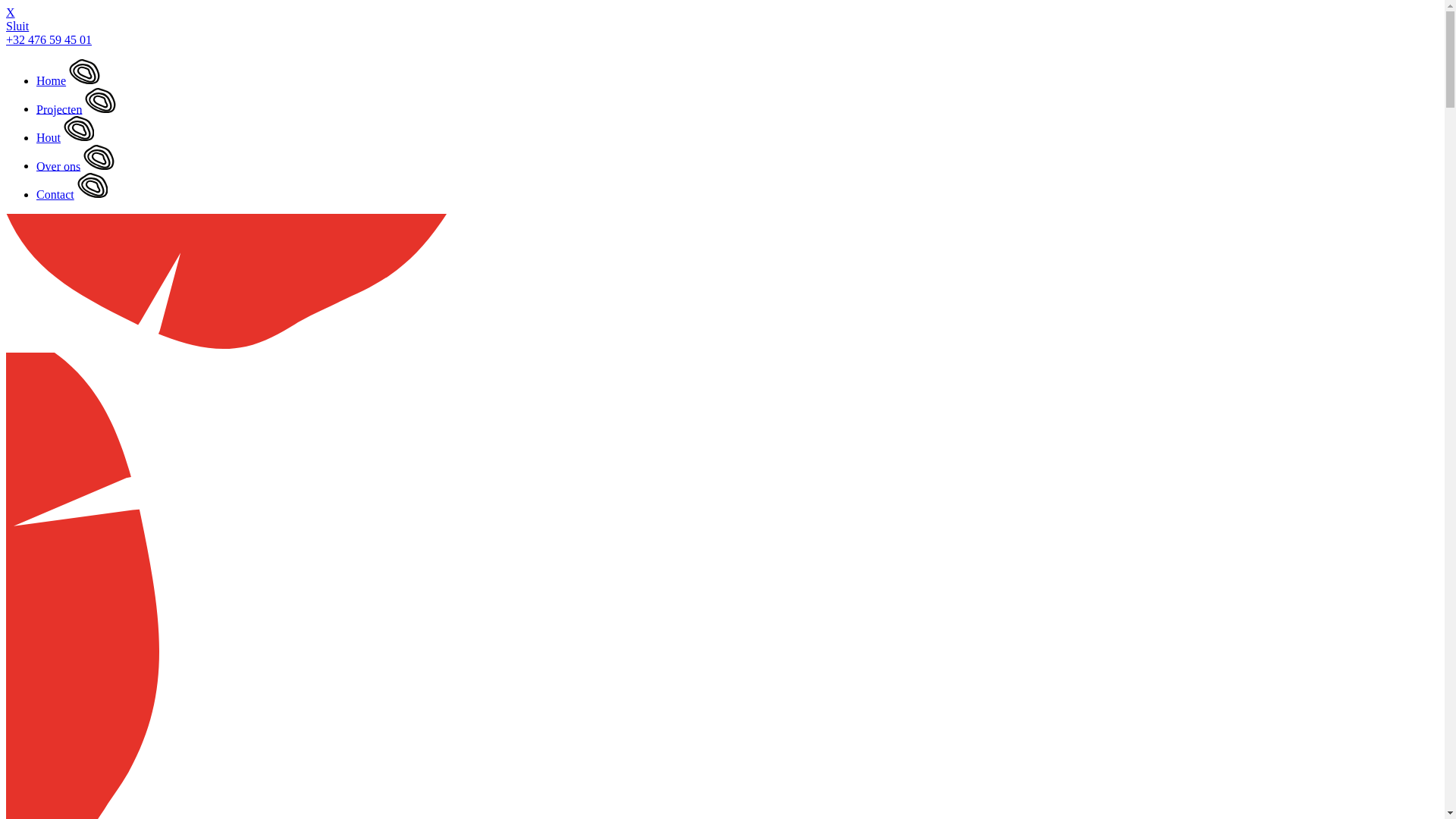  What do you see at coordinates (721, 20) in the screenshot?
I see `'X` at bounding box center [721, 20].